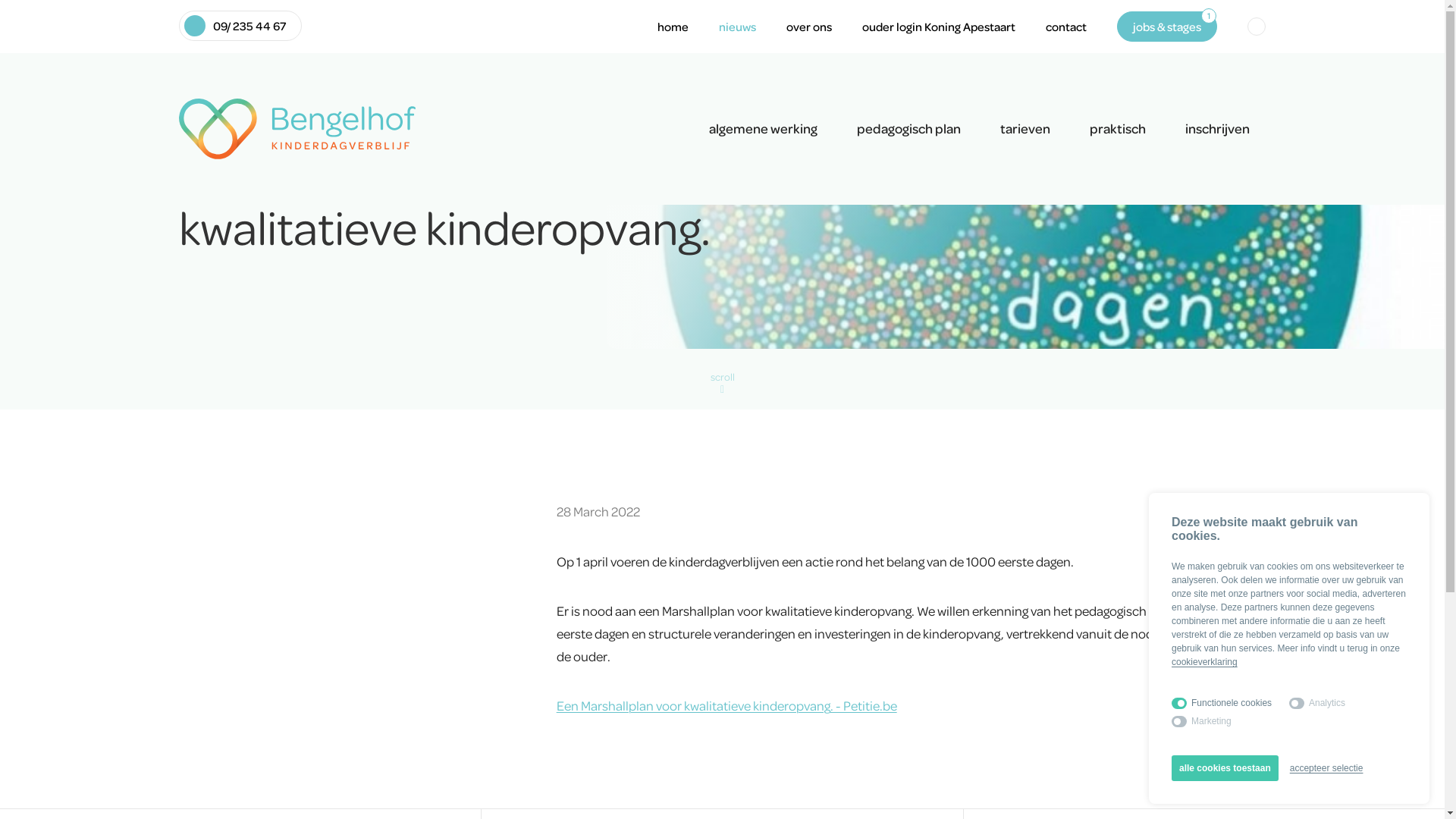  What do you see at coordinates (763, 127) in the screenshot?
I see `'algemene werking'` at bounding box center [763, 127].